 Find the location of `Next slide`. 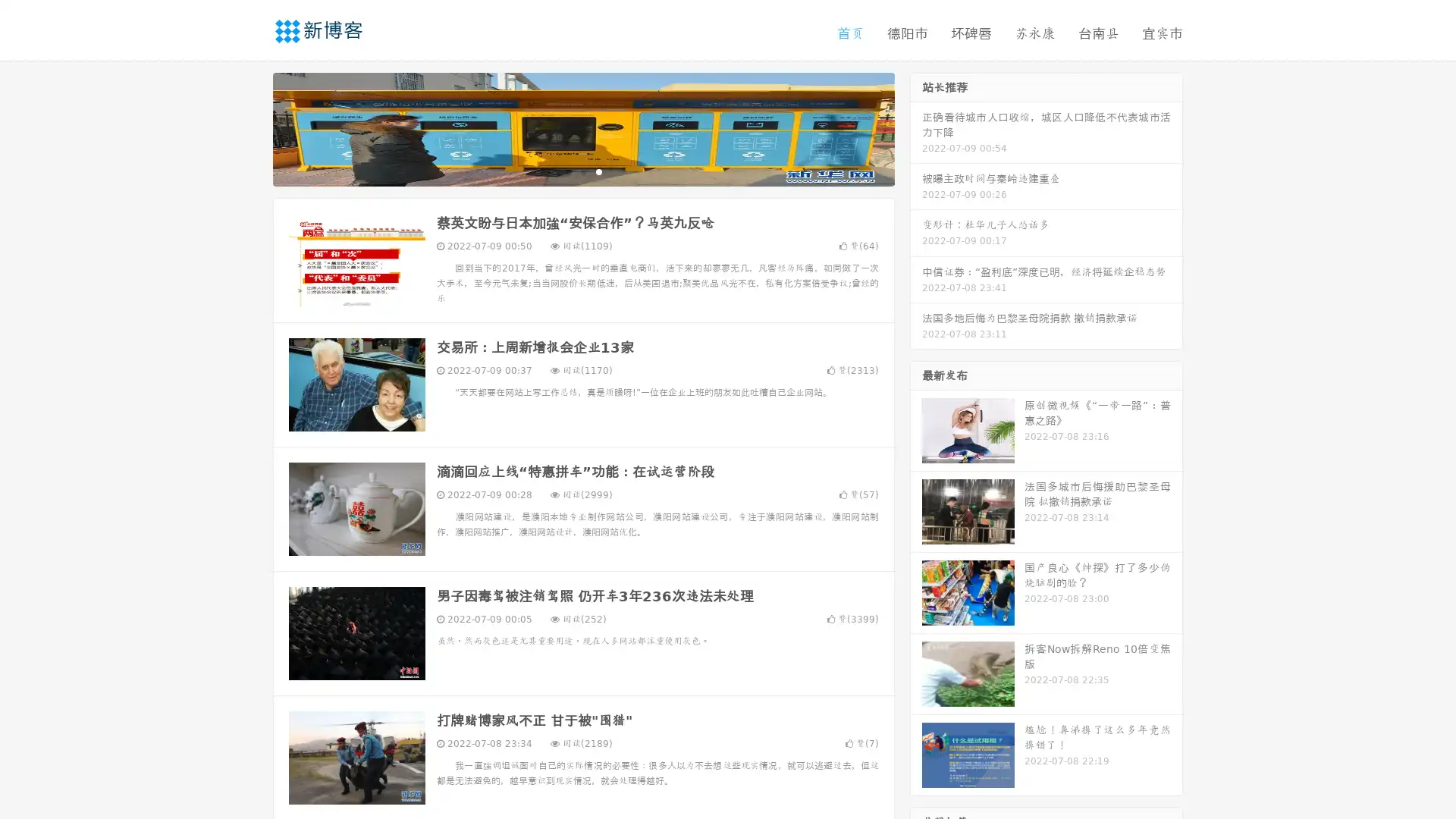

Next slide is located at coordinates (916, 127).